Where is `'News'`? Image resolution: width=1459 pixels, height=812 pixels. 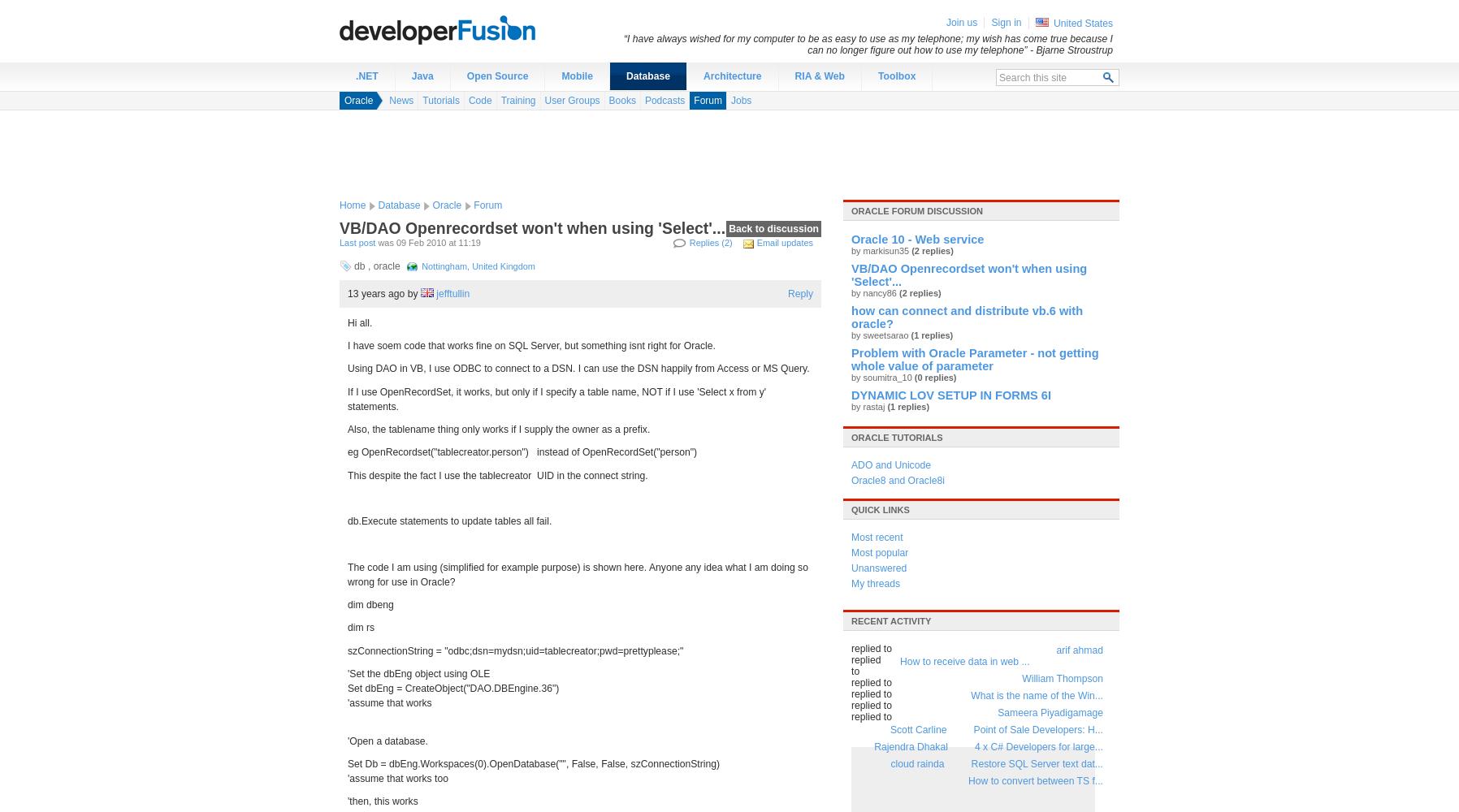 'News' is located at coordinates (387, 100).